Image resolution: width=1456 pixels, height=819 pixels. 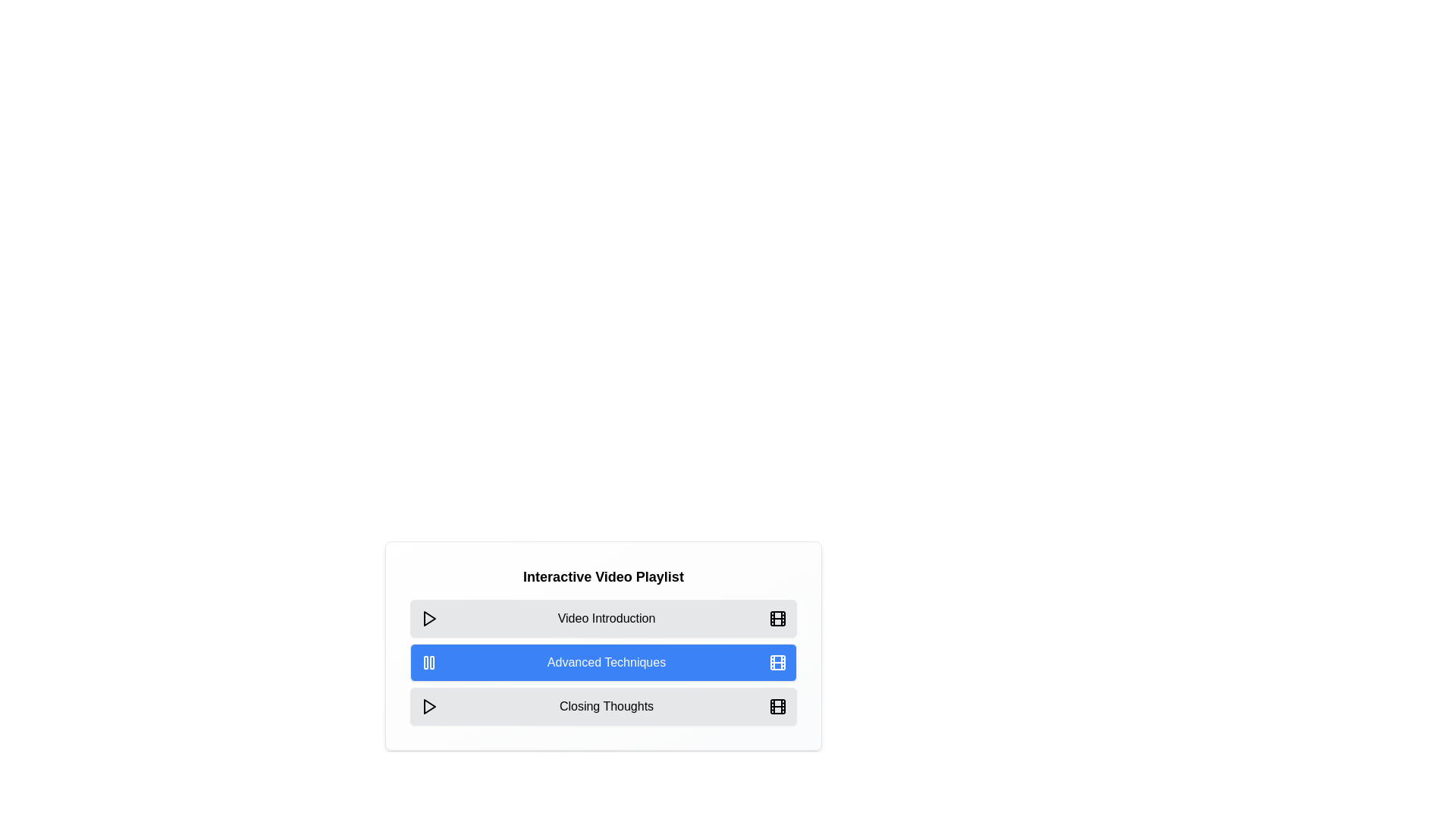 What do you see at coordinates (778, 707) in the screenshot?
I see `the Film icon associated with the video titled 'Closing Thoughts'` at bounding box center [778, 707].